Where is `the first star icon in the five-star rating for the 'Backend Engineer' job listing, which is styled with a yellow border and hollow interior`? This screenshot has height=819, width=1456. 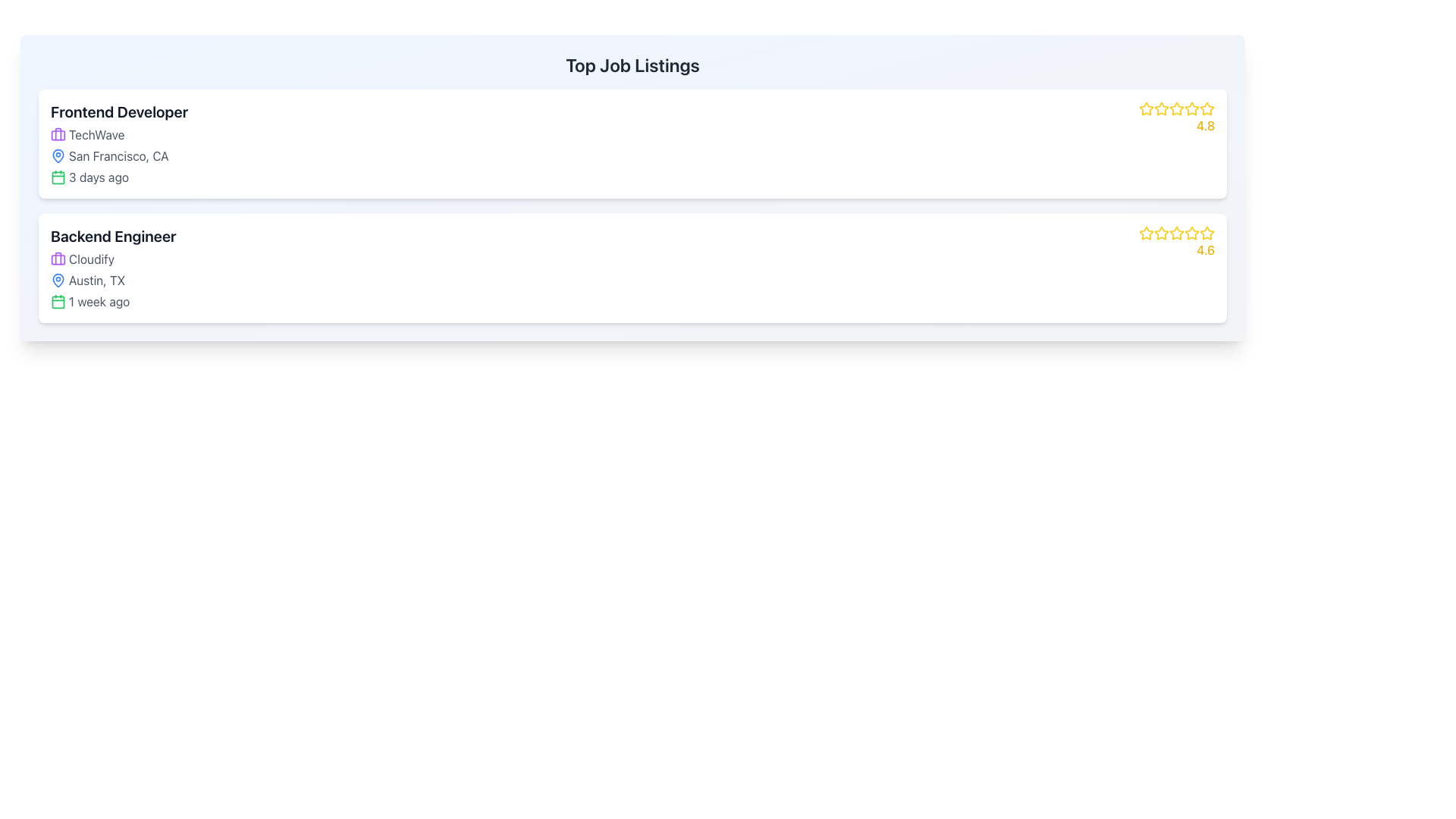 the first star icon in the five-star rating for the 'Backend Engineer' job listing, which is styled with a yellow border and hollow interior is located at coordinates (1147, 233).